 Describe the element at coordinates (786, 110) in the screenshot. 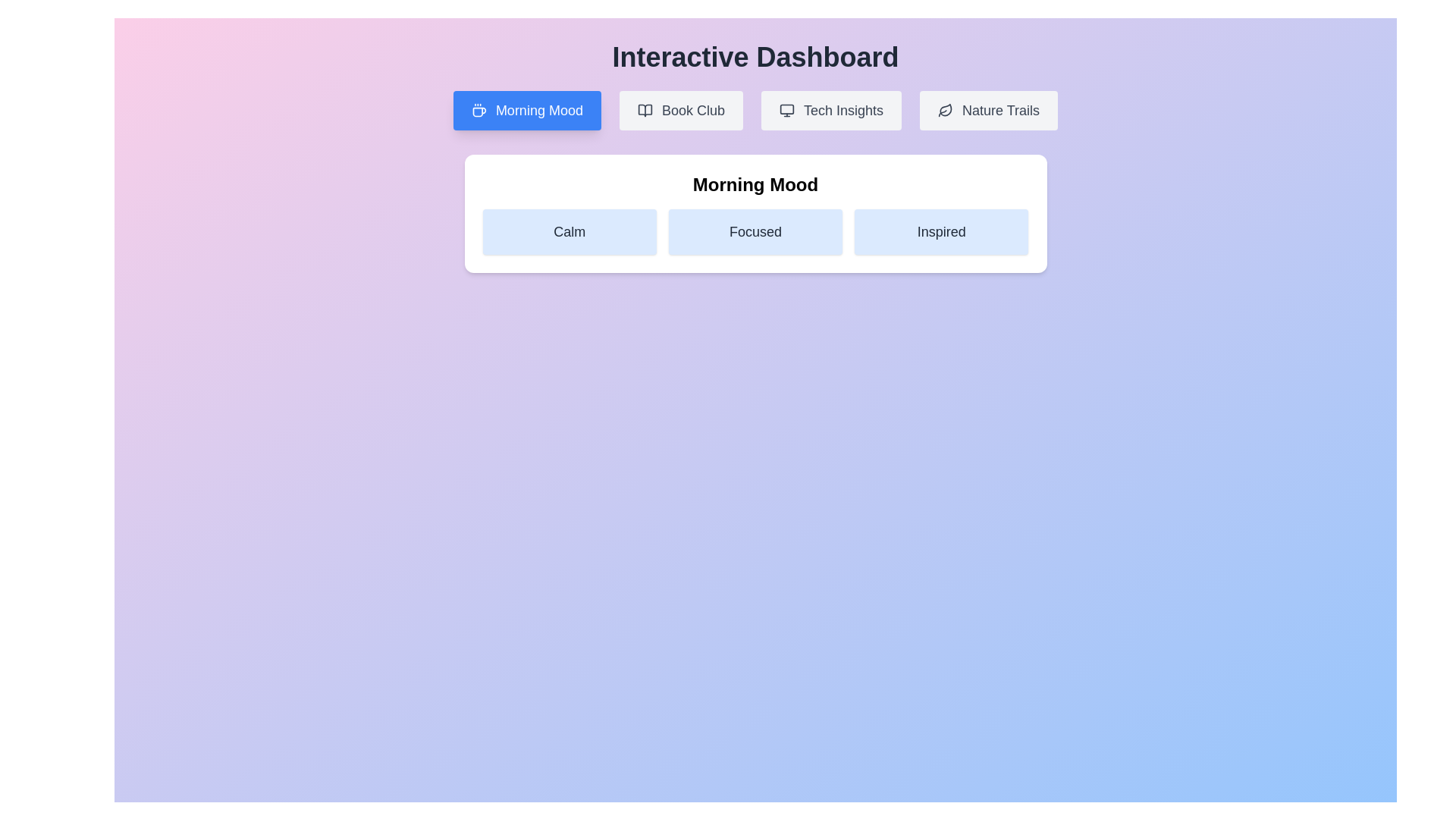

I see `the monitor icon located to the left of the 'Tech Insights' text within the button, which is styled with clean lines and a minimalist design` at that location.